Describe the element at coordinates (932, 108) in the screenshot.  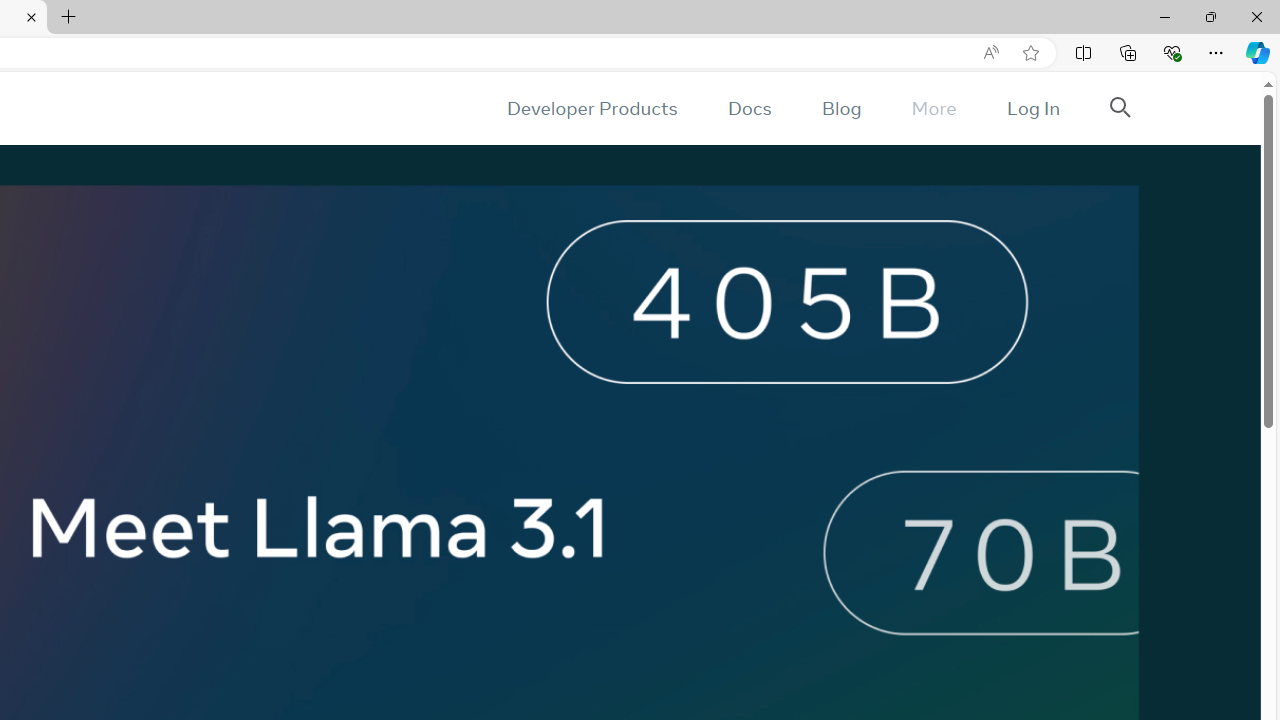
I see `'More'` at that location.